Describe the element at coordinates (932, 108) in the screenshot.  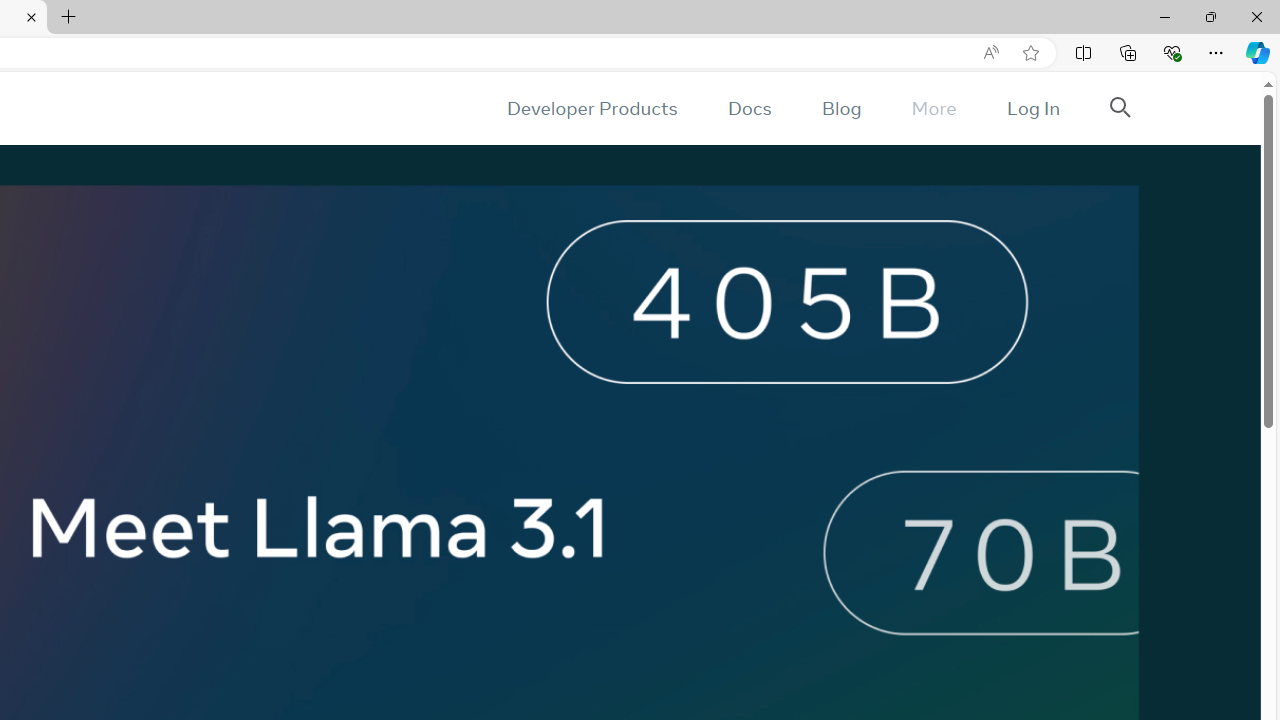
I see `'More'` at that location.